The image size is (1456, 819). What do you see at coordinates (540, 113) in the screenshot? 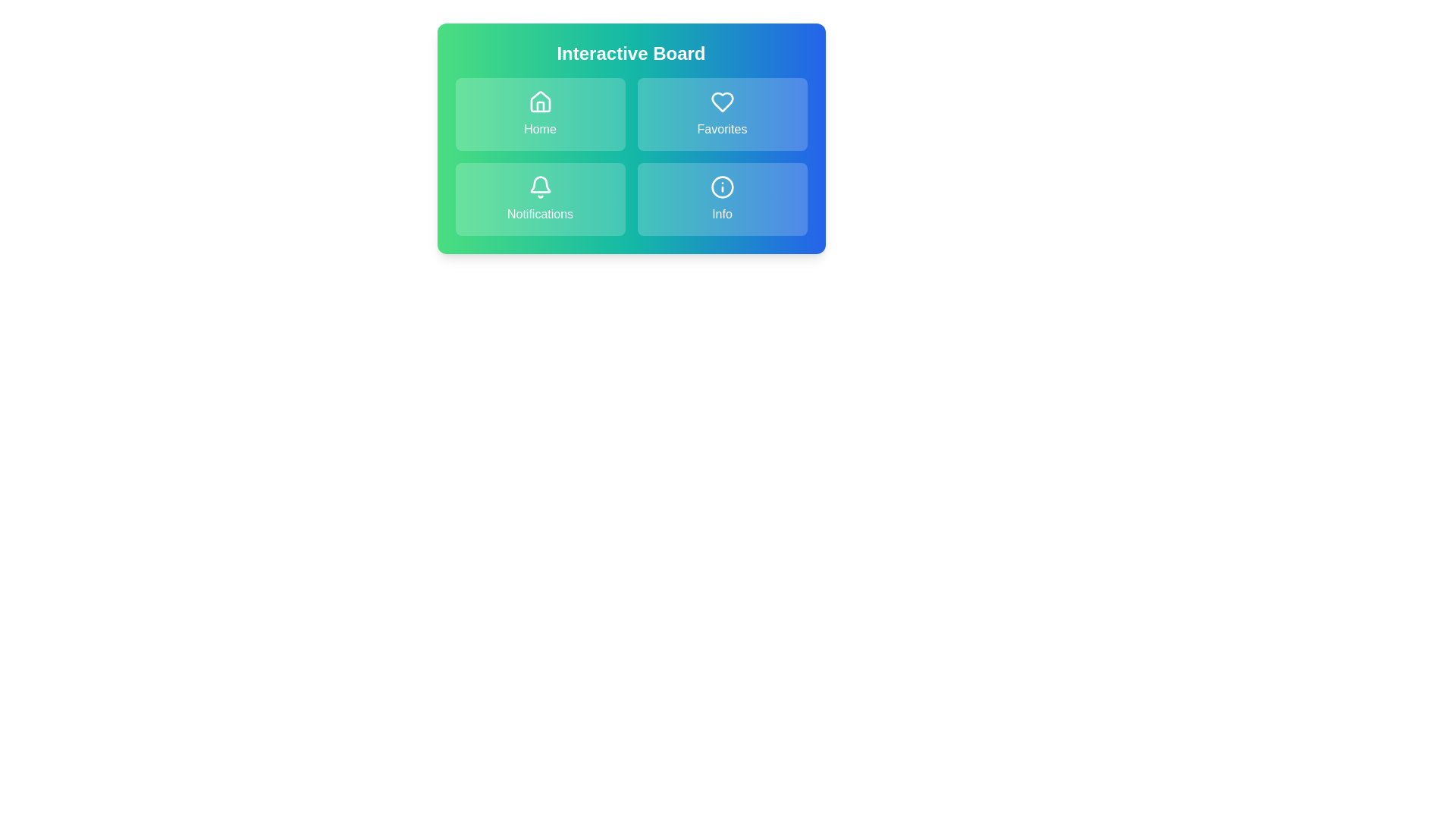
I see `the navigational button located at the top left corner of the grid of four cards` at bounding box center [540, 113].